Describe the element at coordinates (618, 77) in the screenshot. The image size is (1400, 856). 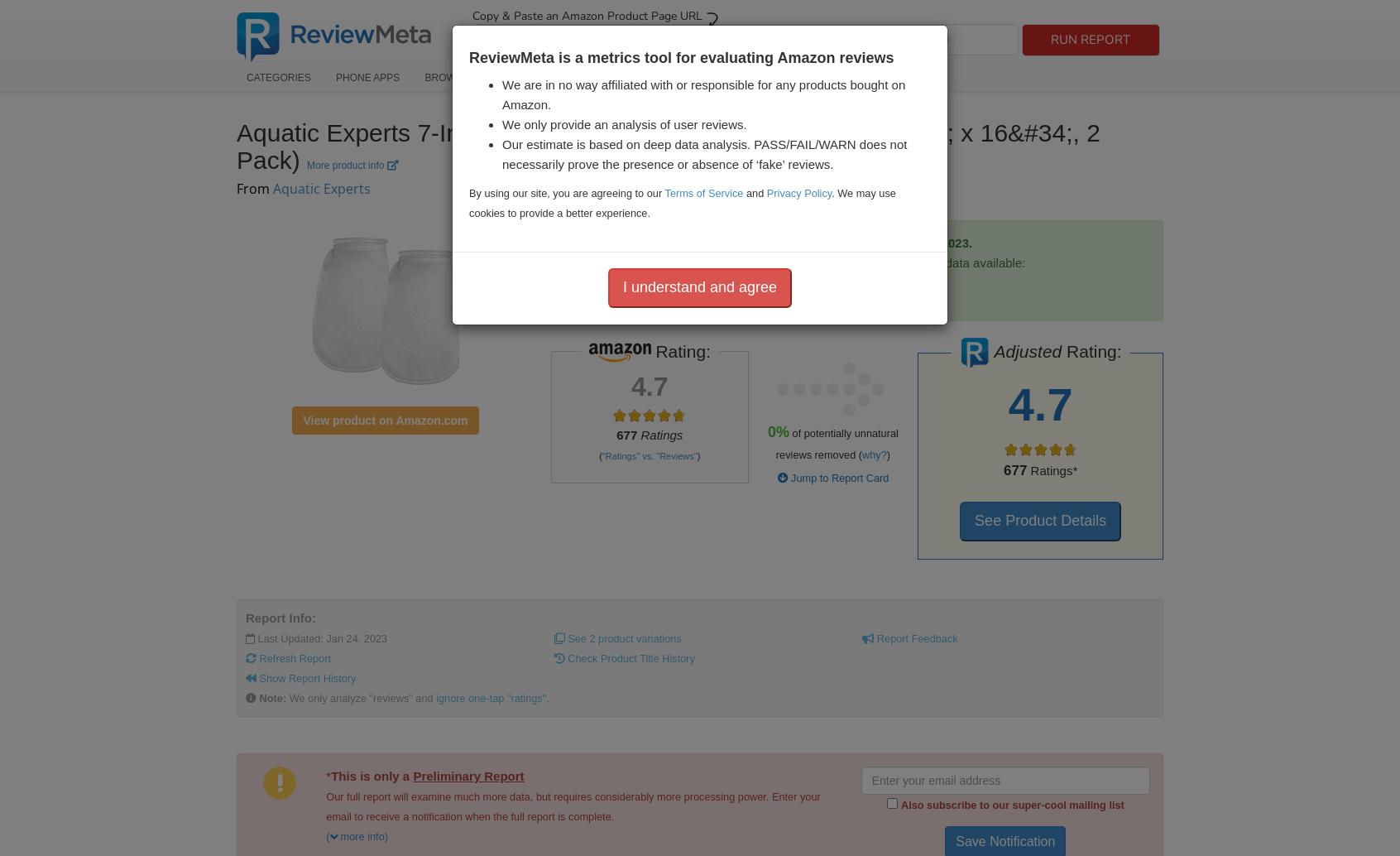
I see `'How It Works'` at that location.